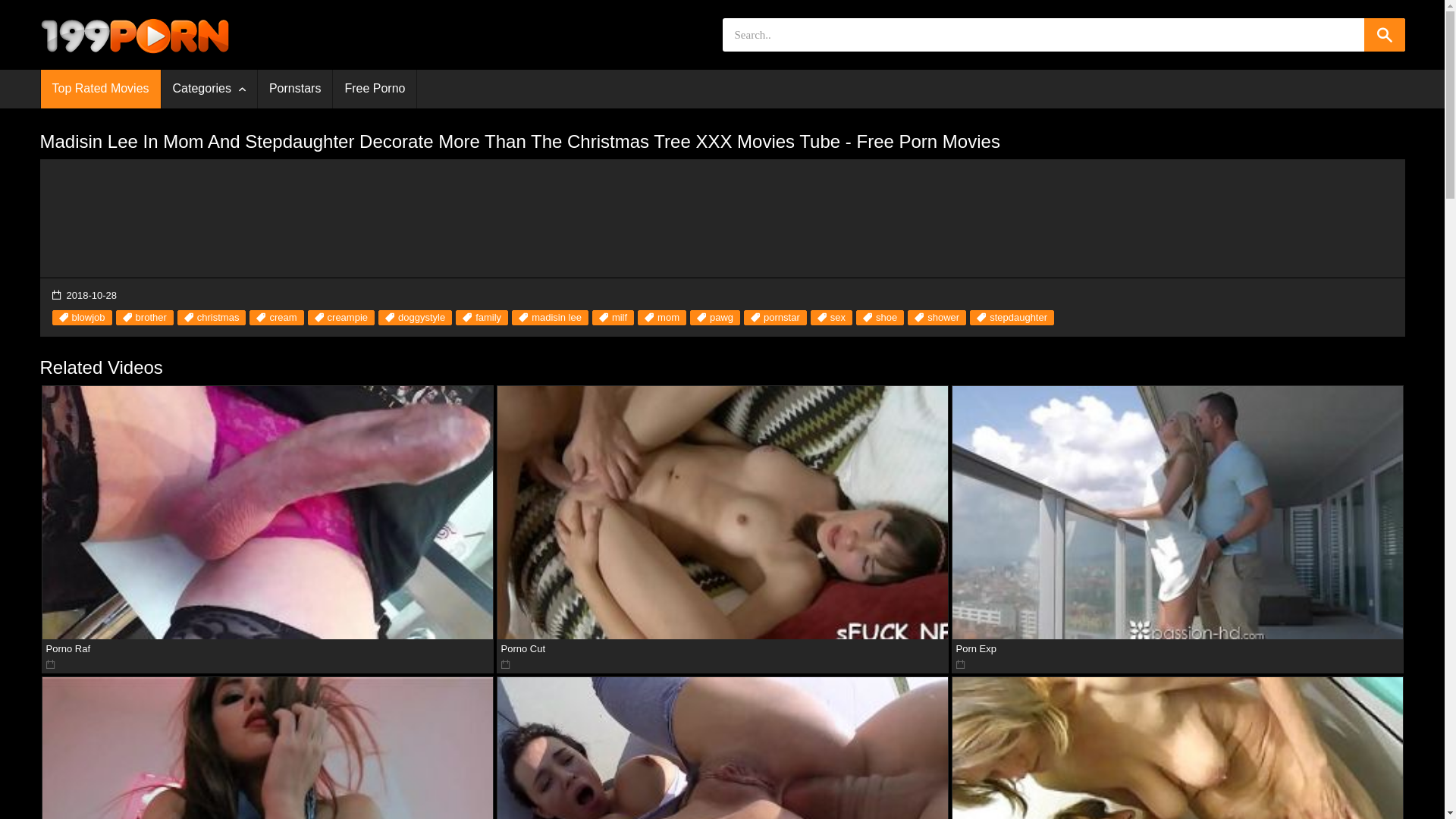  What do you see at coordinates (454, 317) in the screenshot?
I see `'family'` at bounding box center [454, 317].